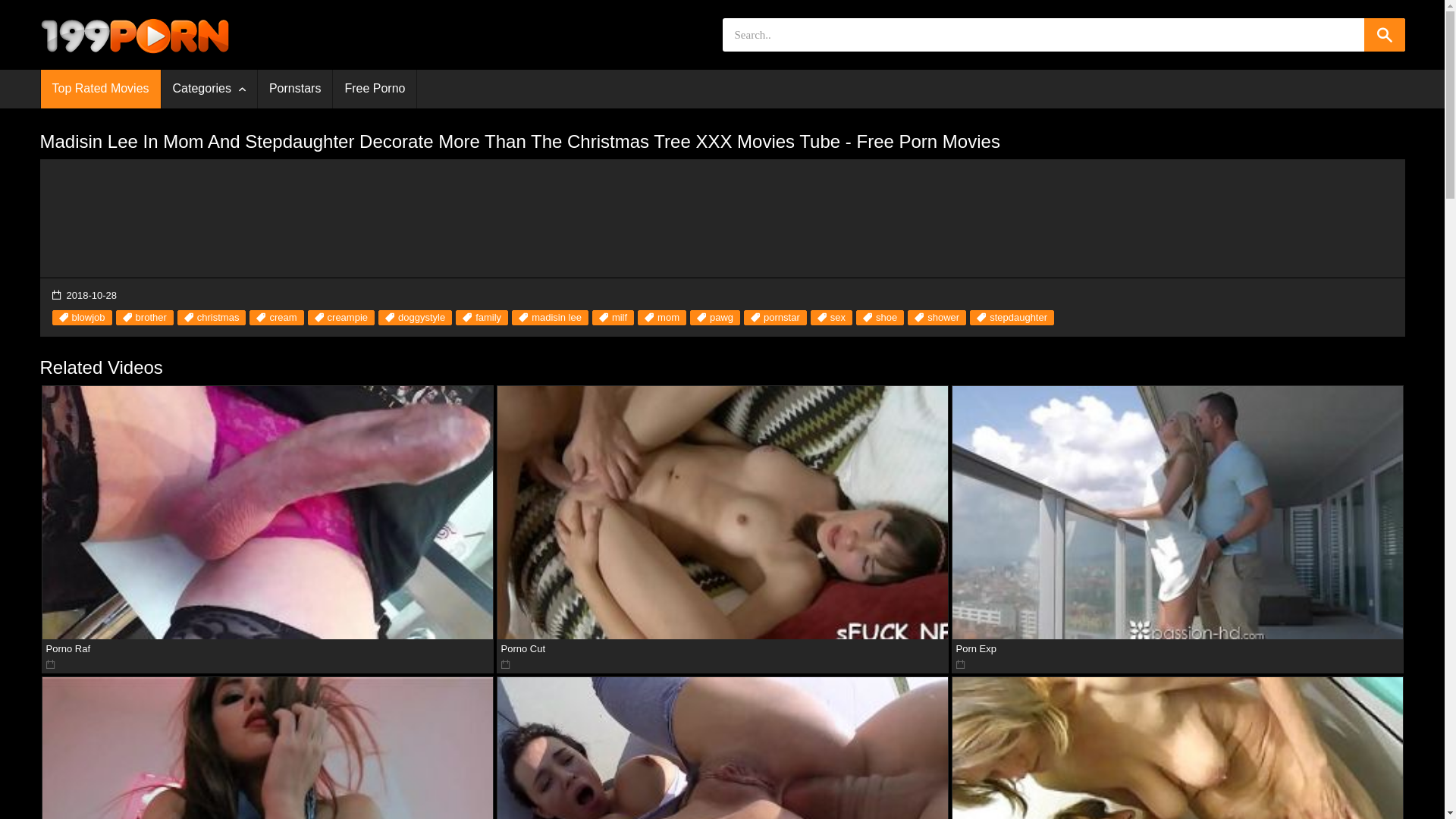  What do you see at coordinates (454, 317) in the screenshot?
I see `'family'` at bounding box center [454, 317].